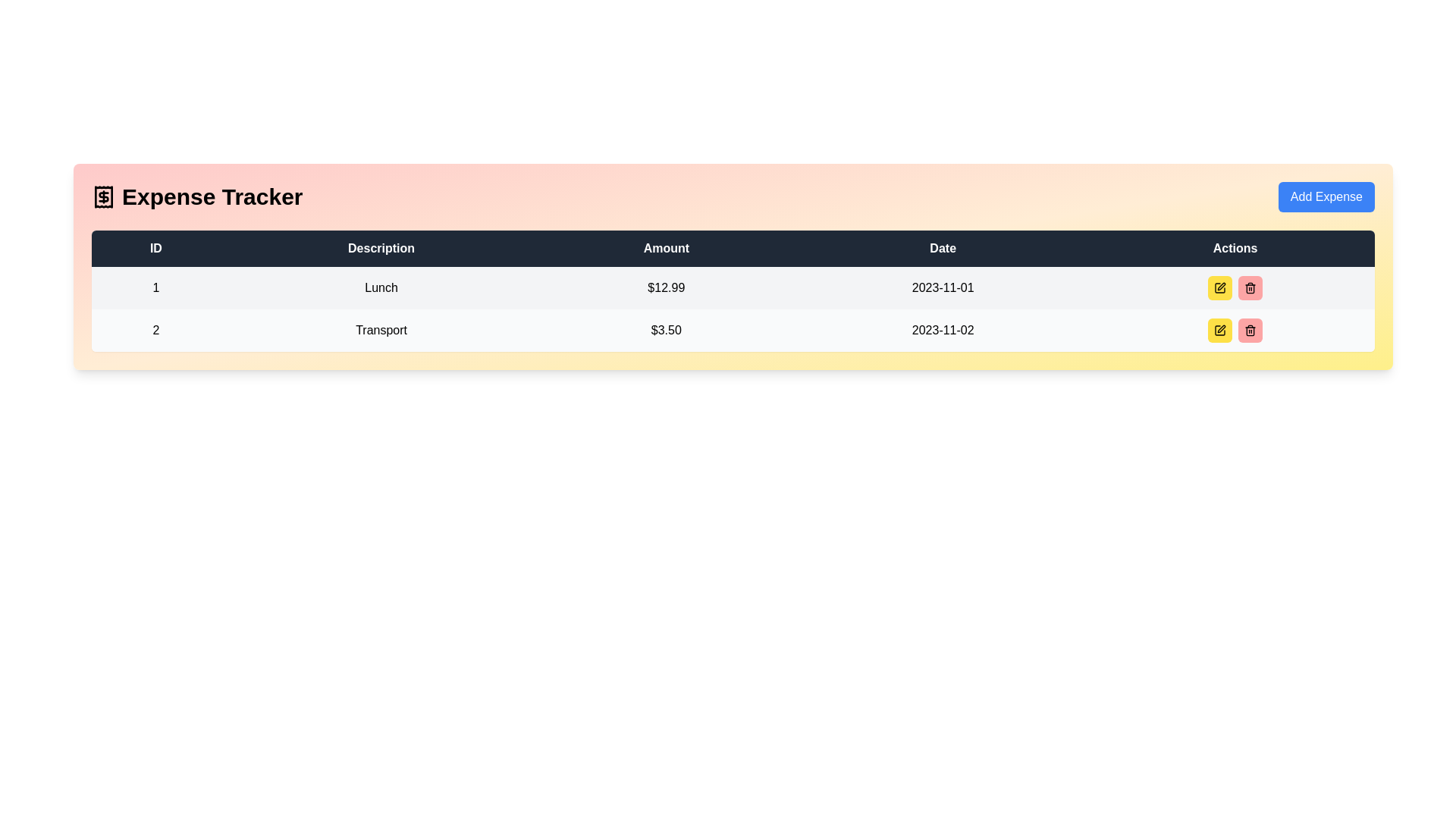 This screenshot has width=1456, height=819. Describe the element at coordinates (1250, 288) in the screenshot. I see `the trash bin icon button in the Actions column of the second row` at that location.